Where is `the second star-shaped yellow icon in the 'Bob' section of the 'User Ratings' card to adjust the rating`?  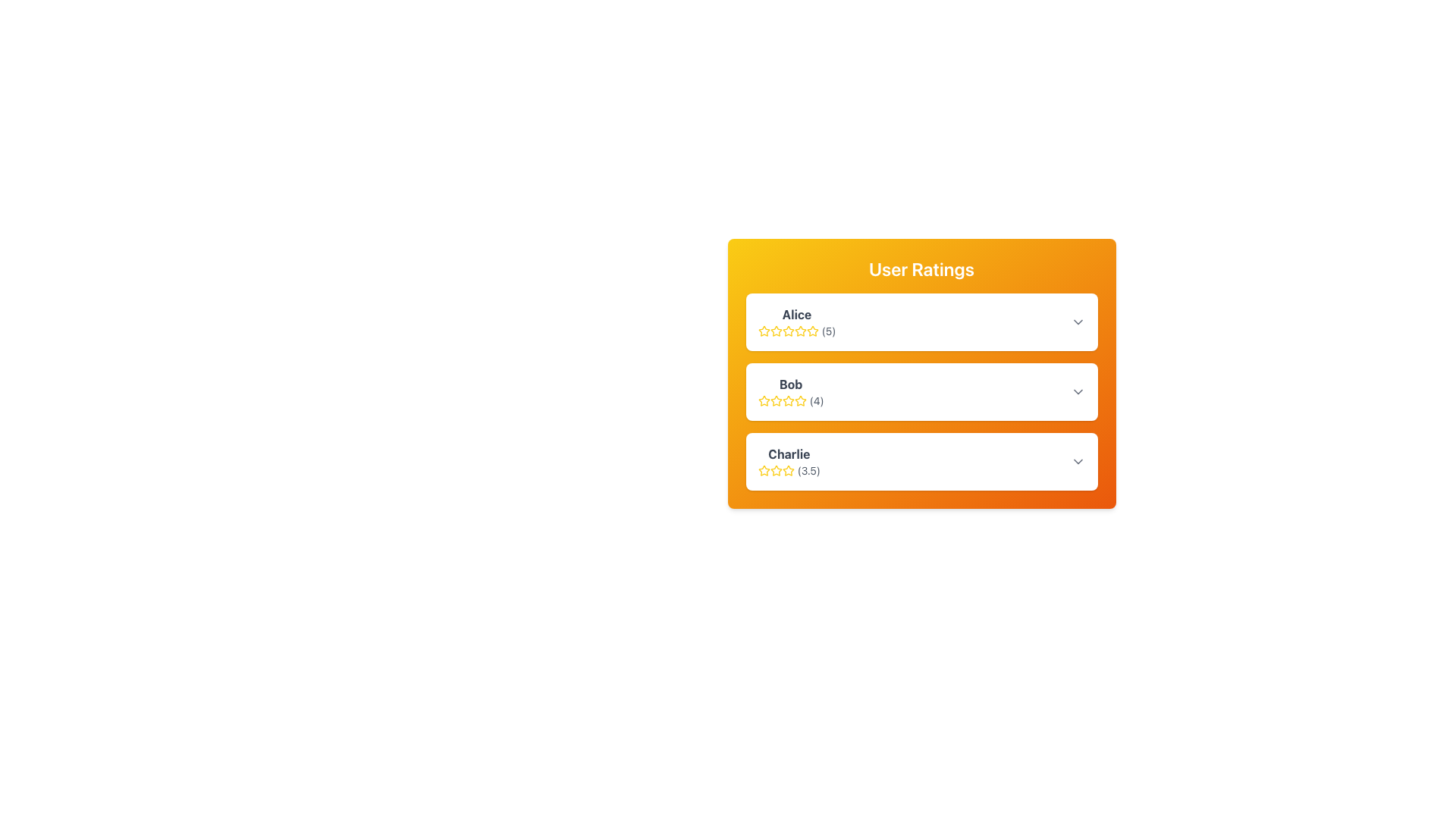 the second star-shaped yellow icon in the 'Bob' section of the 'User Ratings' card to adjust the rating is located at coordinates (764, 400).